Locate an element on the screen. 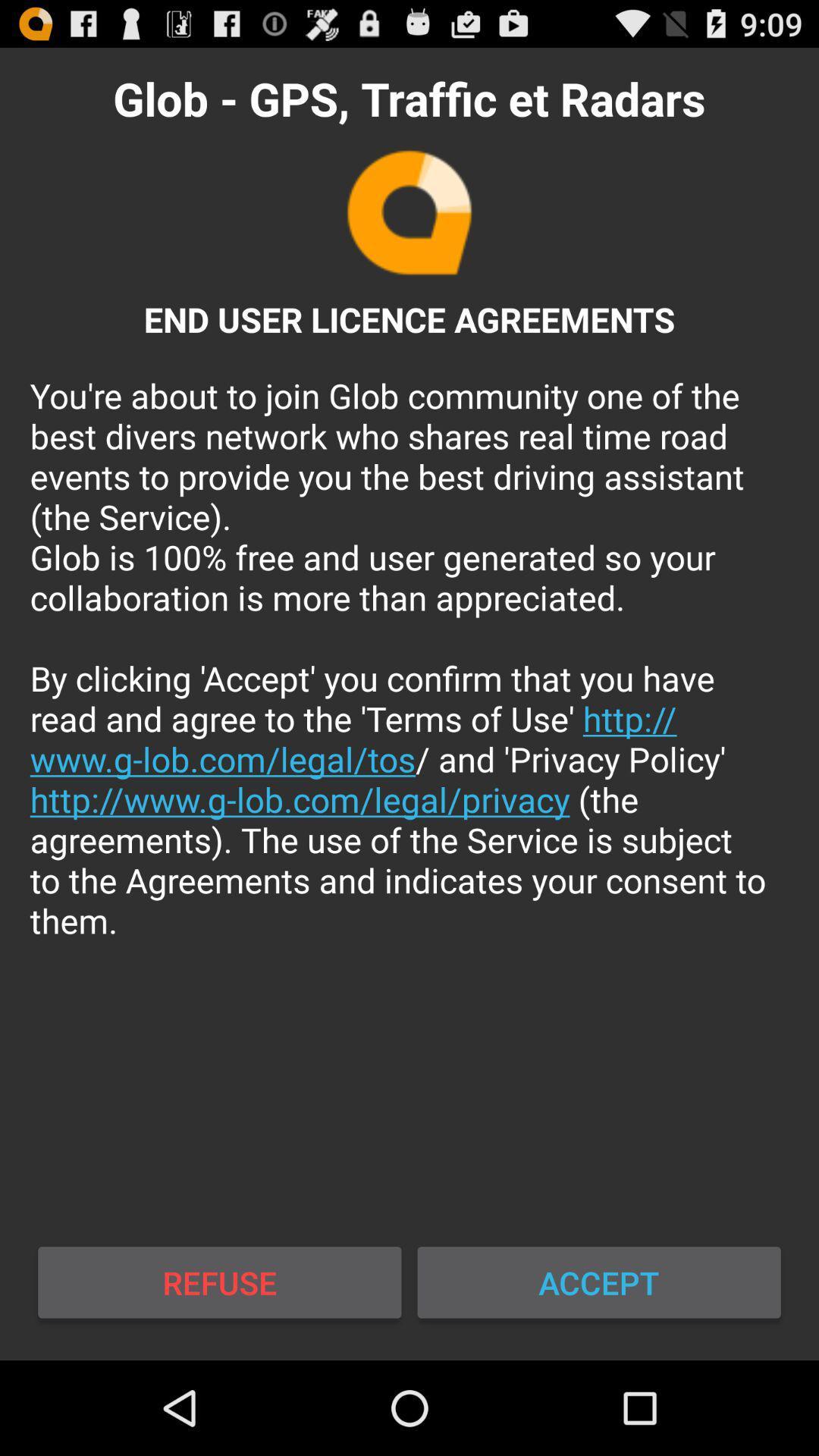 This screenshot has height=1456, width=819. the item above the refuse button is located at coordinates (409, 657).